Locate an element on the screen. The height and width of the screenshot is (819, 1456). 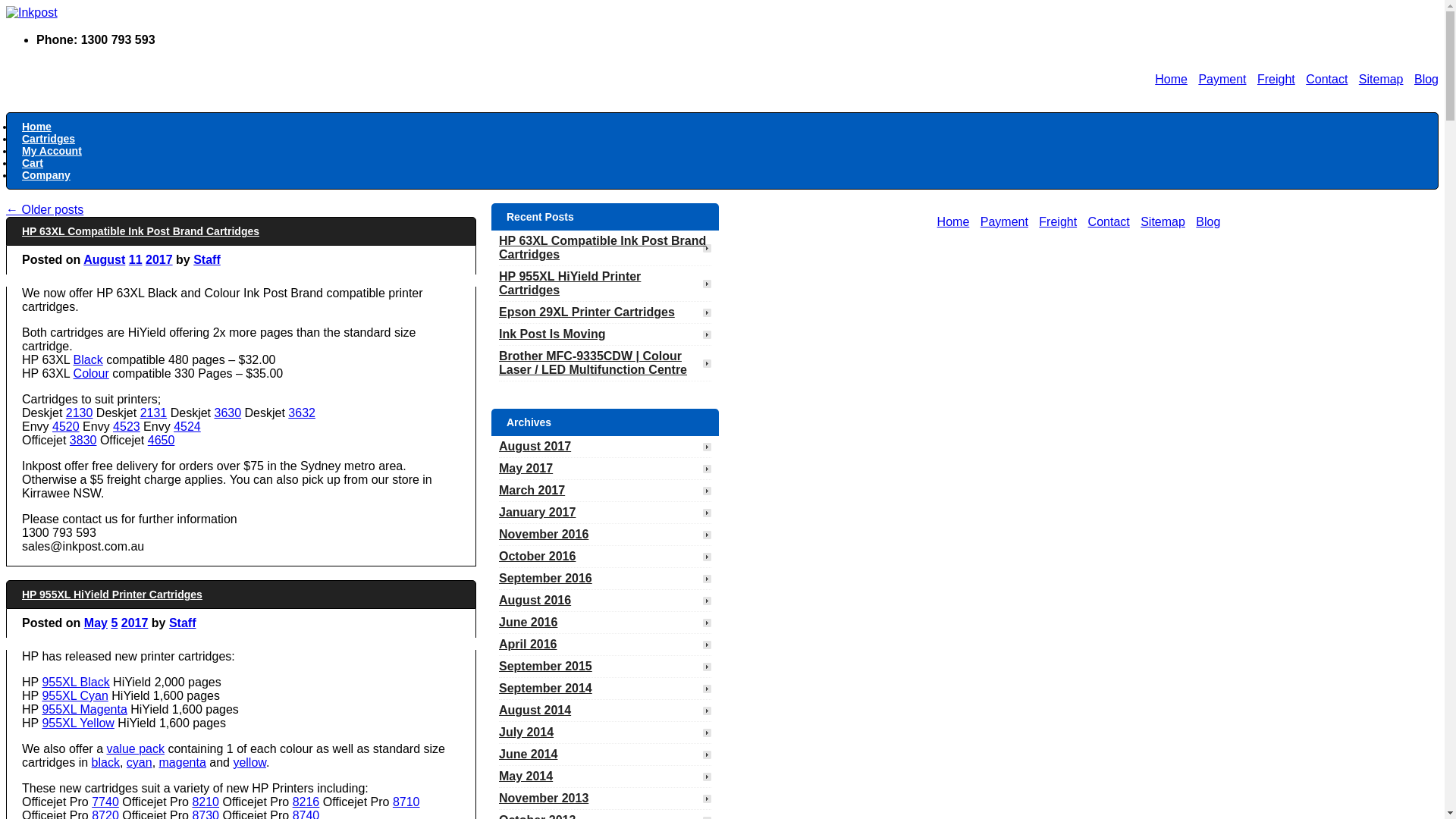
'8210' is located at coordinates (204, 801).